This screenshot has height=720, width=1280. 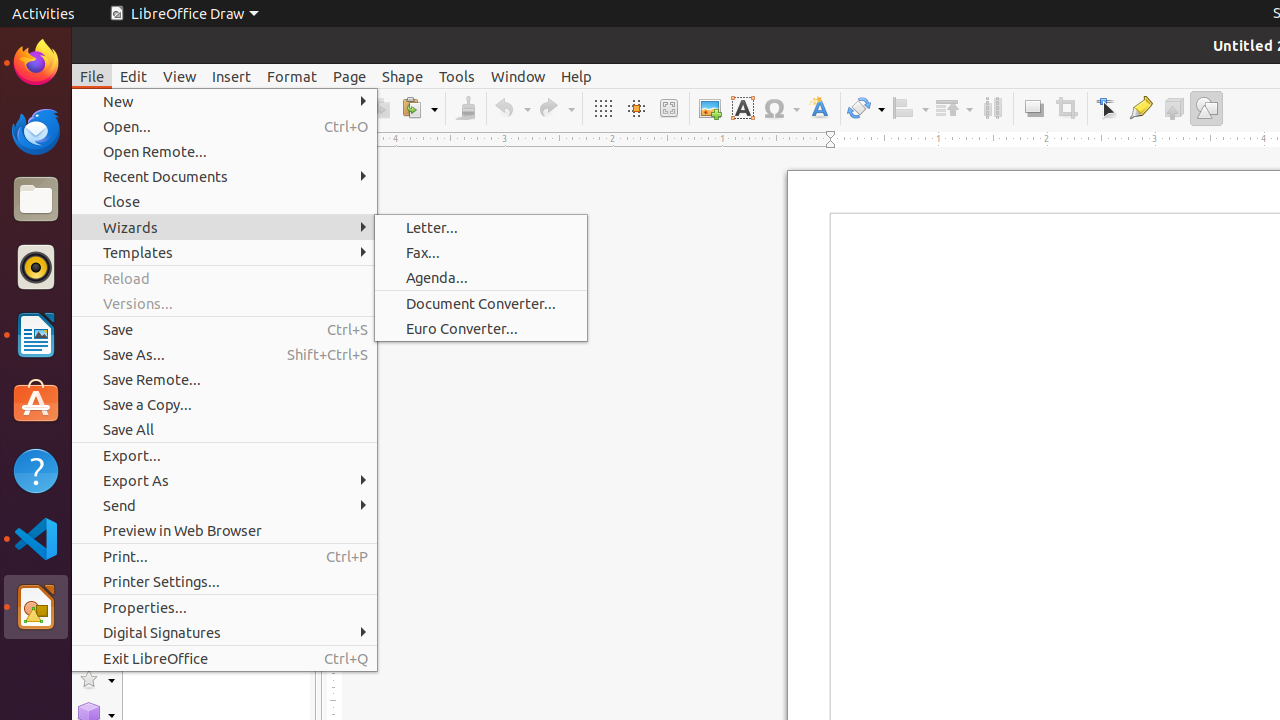 What do you see at coordinates (224, 658) in the screenshot?
I see `'Exit LibreOffice'` at bounding box center [224, 658].